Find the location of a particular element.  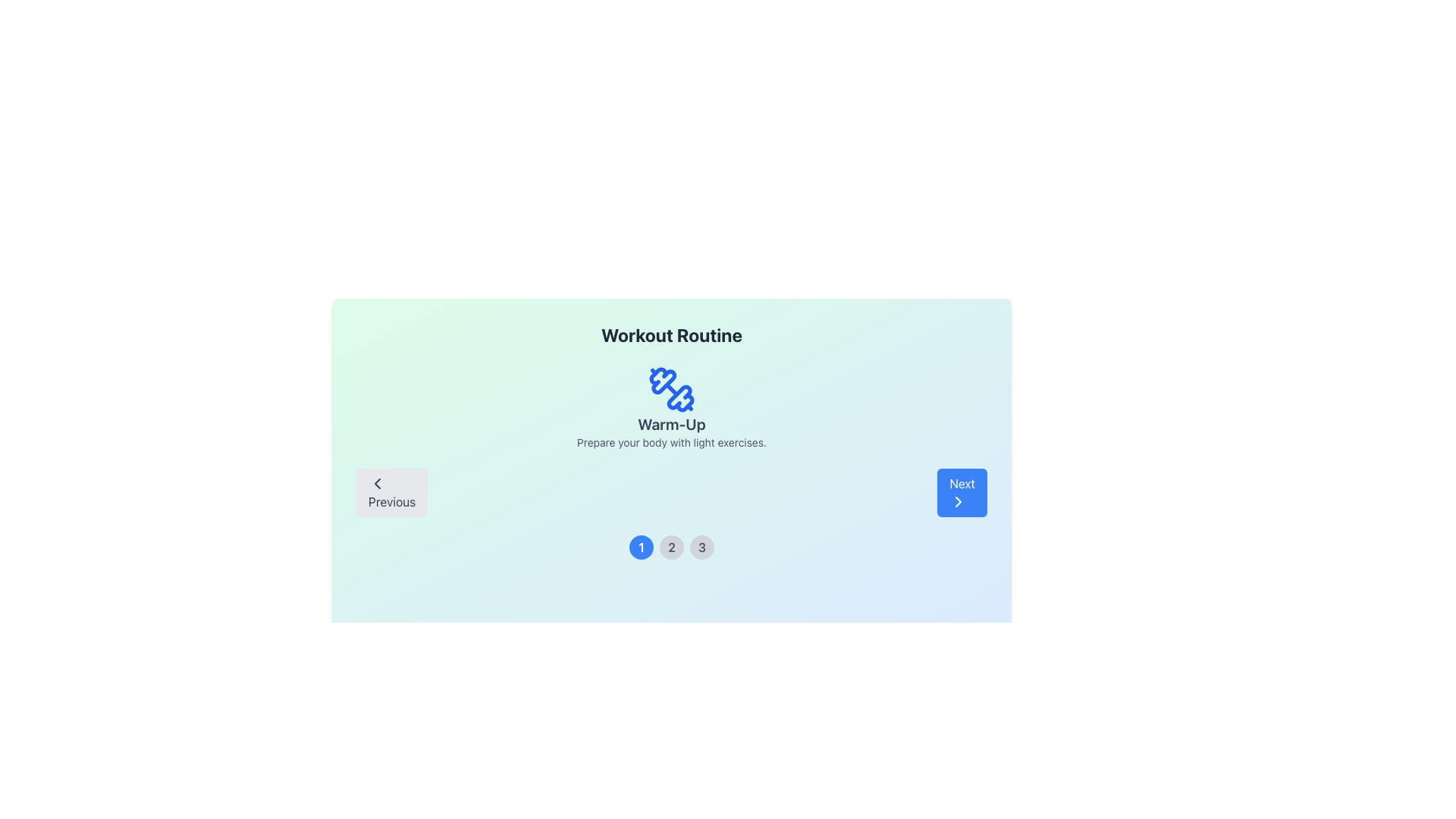

the 'Previous' button located at the bottom-left side of the navigation control group is located at coordinates (392, 493).